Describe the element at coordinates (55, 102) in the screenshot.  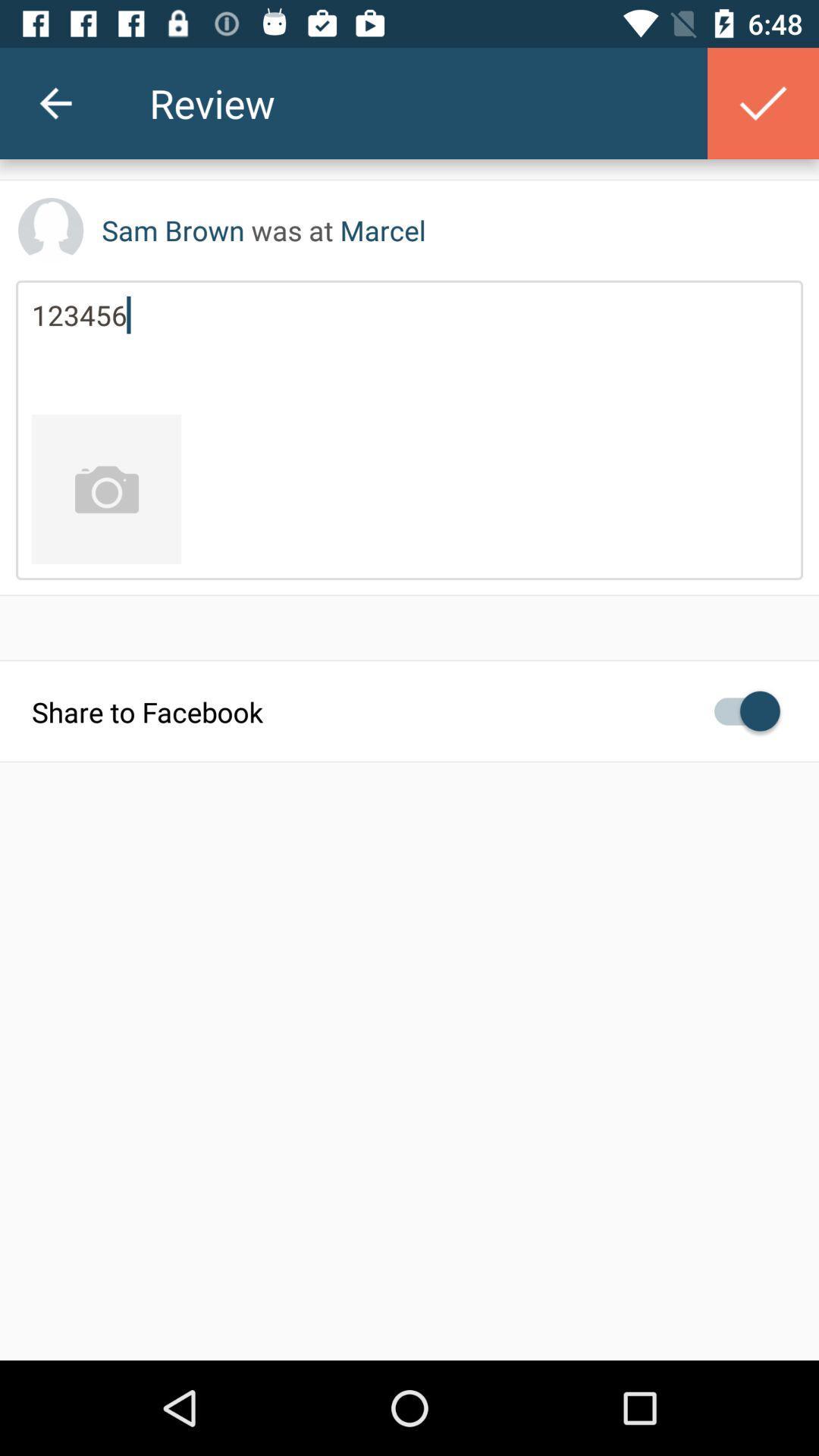
I see `the icon above sam brown was item` at that location.